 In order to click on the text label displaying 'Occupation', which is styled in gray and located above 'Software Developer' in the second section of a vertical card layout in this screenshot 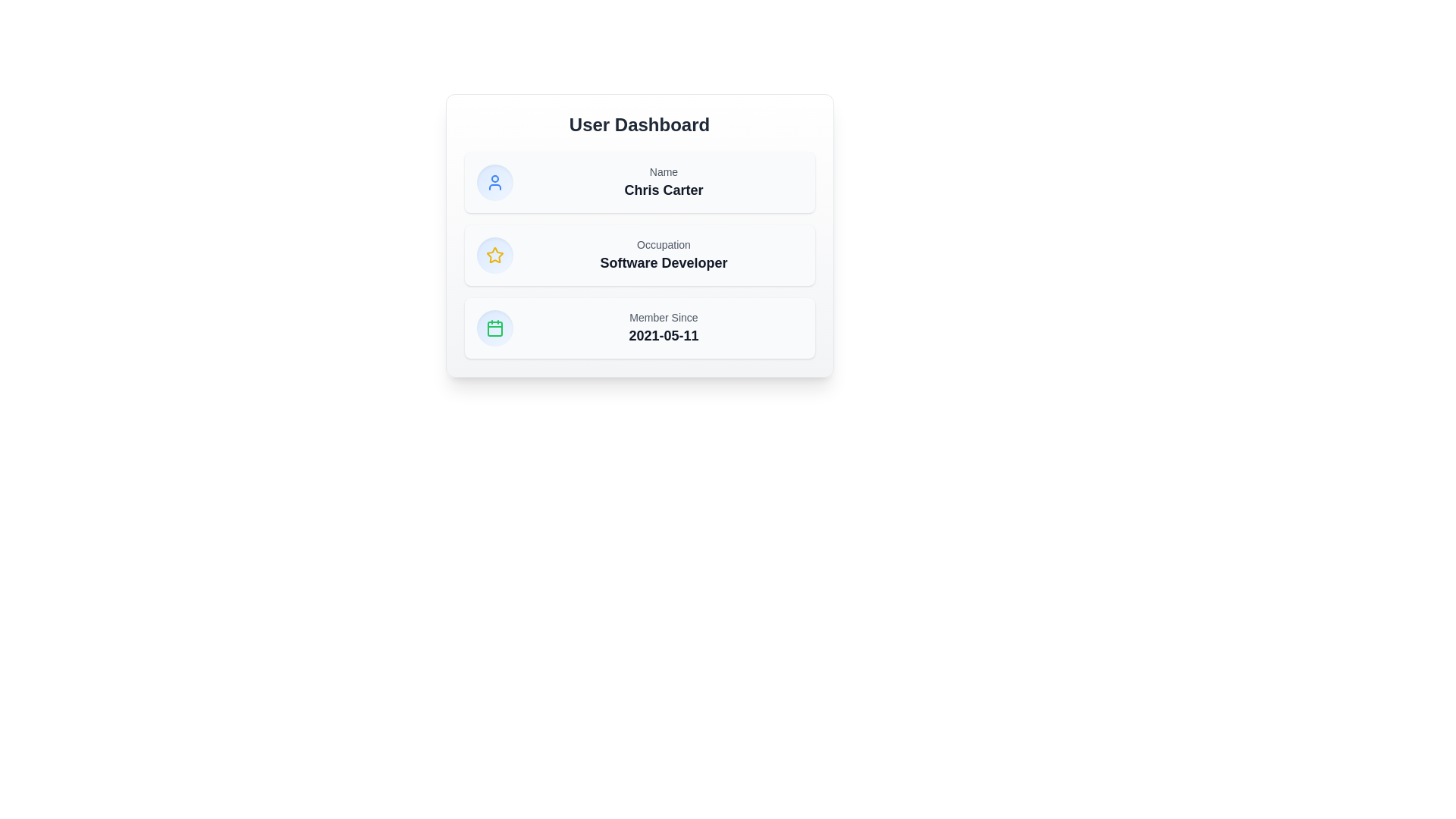, I will do `click(664, 244)`.